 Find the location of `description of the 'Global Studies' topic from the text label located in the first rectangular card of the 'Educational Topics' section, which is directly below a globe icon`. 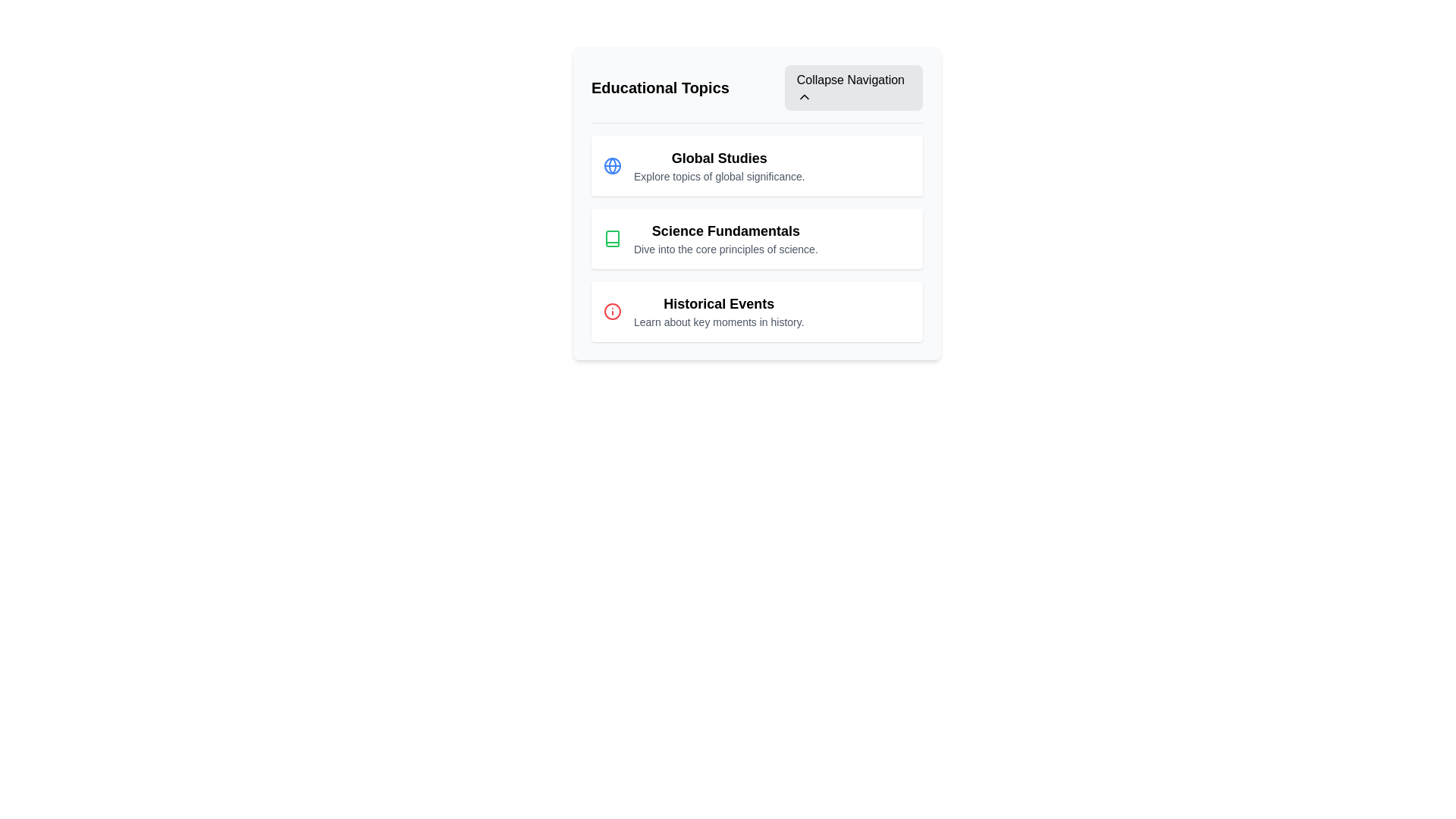

description of the 'Global Studies' topic from the text label located in the first rectangular card of the 'Educational Topics' section, which is directly below a globe icon is located at coordinates (718, 166).